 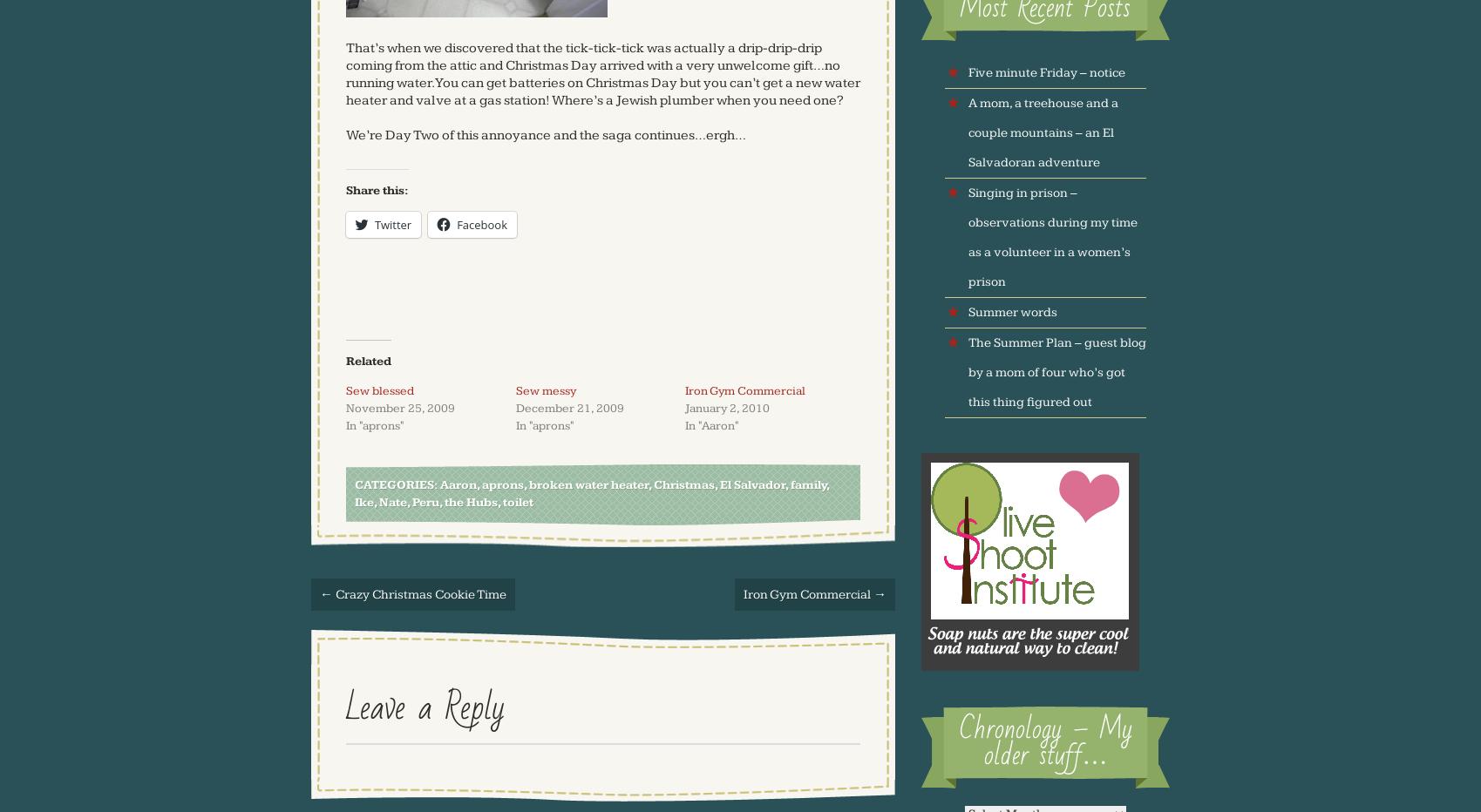 What do you see at coordinates (526, 134) in the screenshot?
I see `'We’re Day Two of this annoyance and the saga continues…'` at bounding box center [526, 134].